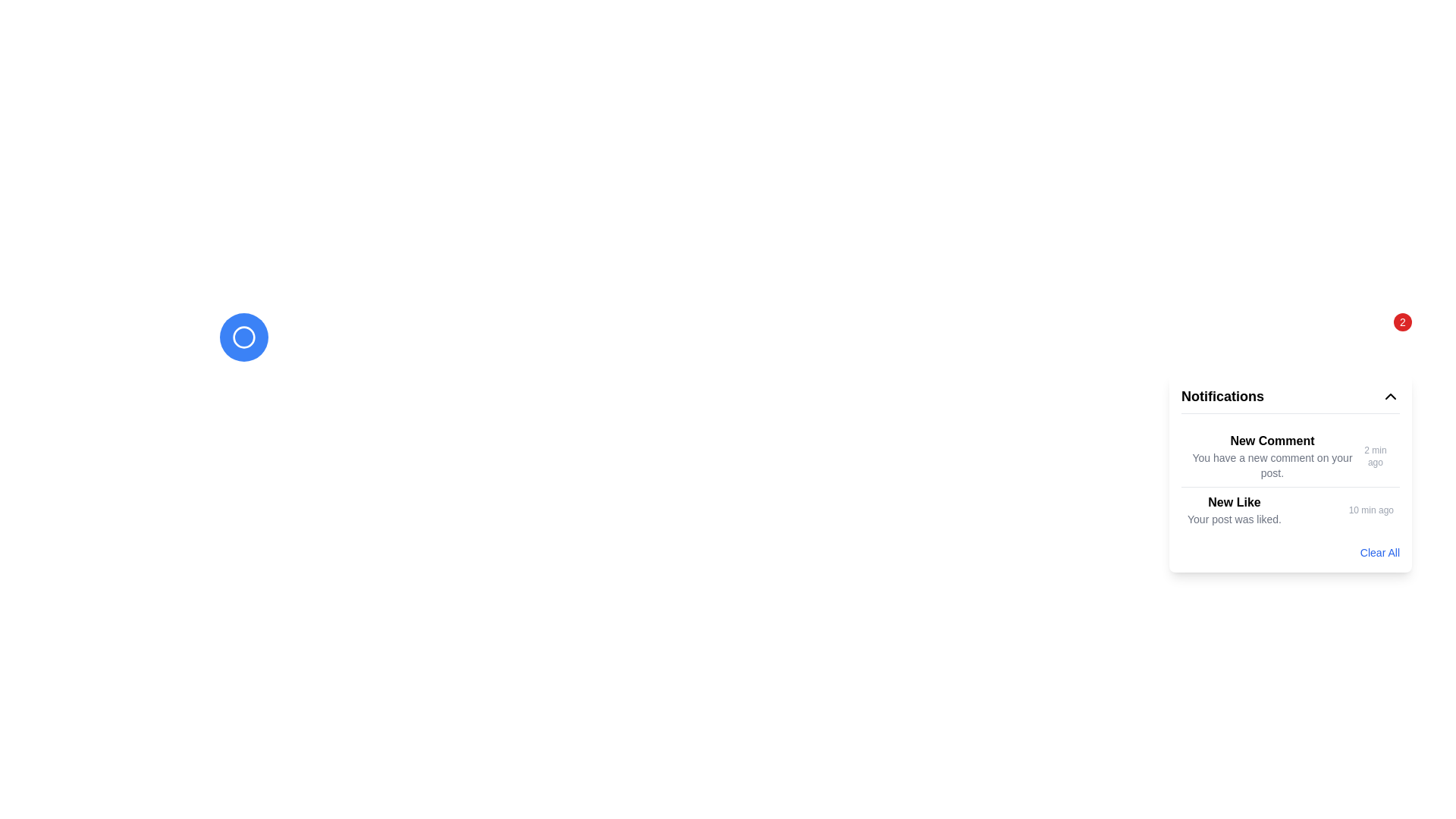  What do you see at coordinates (1401, 321) in the screenshot?
I see `the Notification Badge, which is a small red circular badge displaying the number '2' in white text, located at the top-right corner of the notification panel` at bounding box center [1401, 321].